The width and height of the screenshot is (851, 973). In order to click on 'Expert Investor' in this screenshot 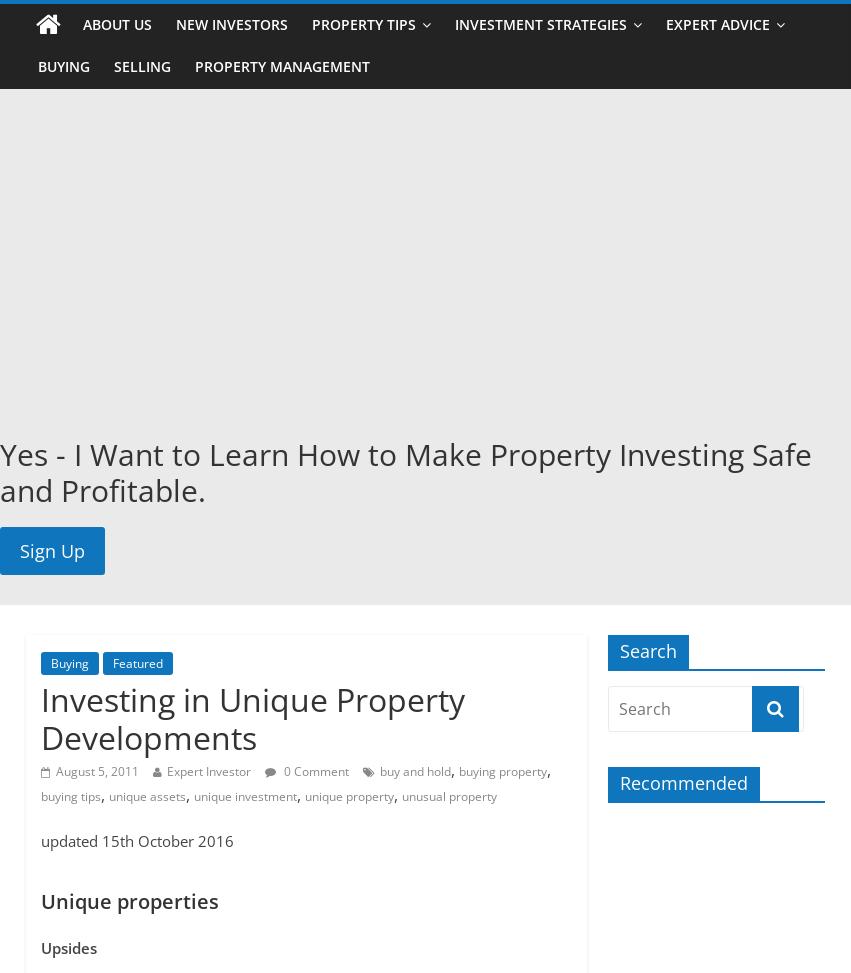, I will do `click(207, 769)`.